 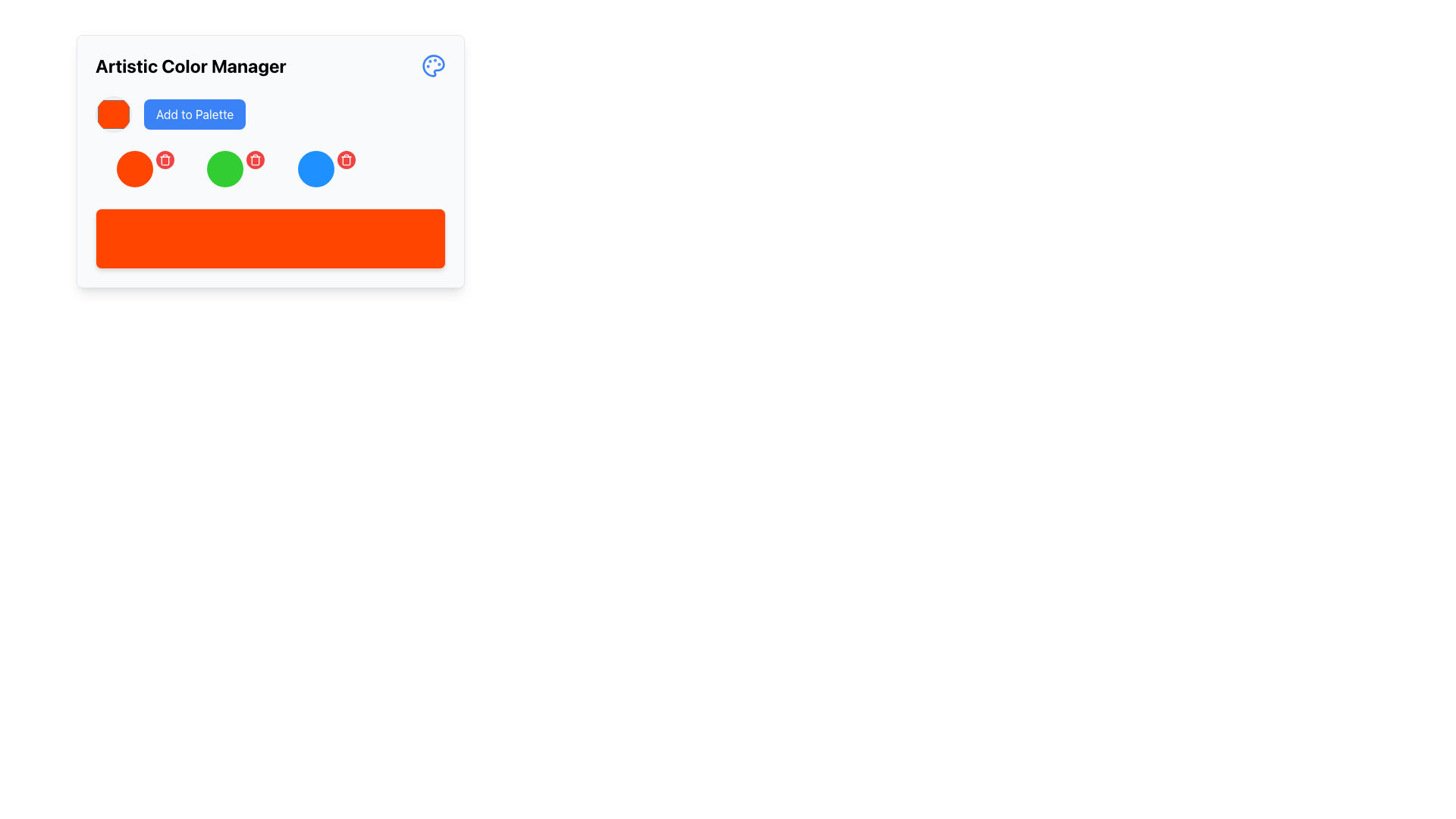 What do you see at coordinates (194, 113) in the screenshot?
I see `the rectangular blue button with rounded corners labeled 'Add to Palette'` at bounding box center [194, 113].